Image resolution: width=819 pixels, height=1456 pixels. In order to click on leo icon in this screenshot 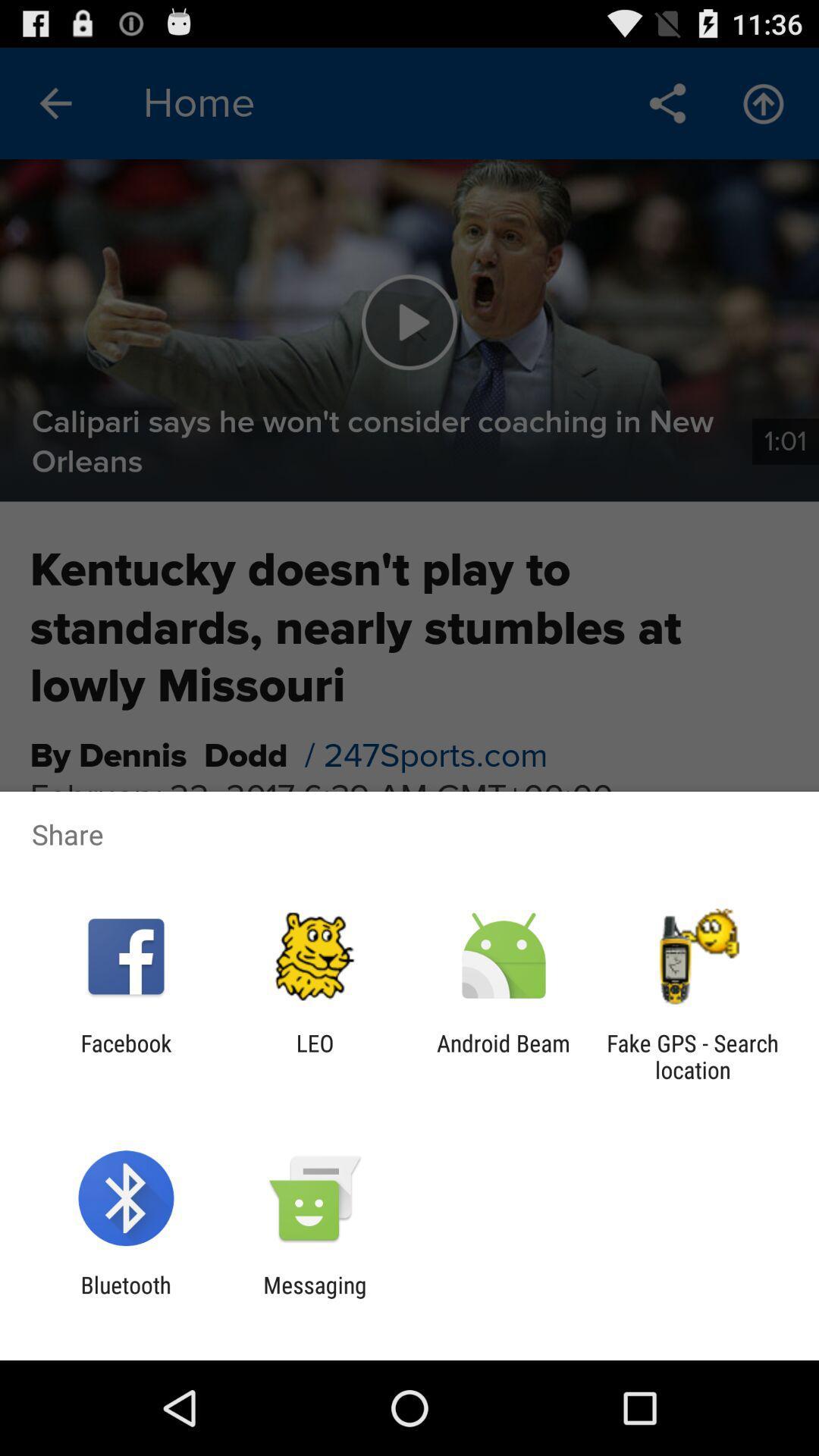, I will do `click(314, 1056)`.